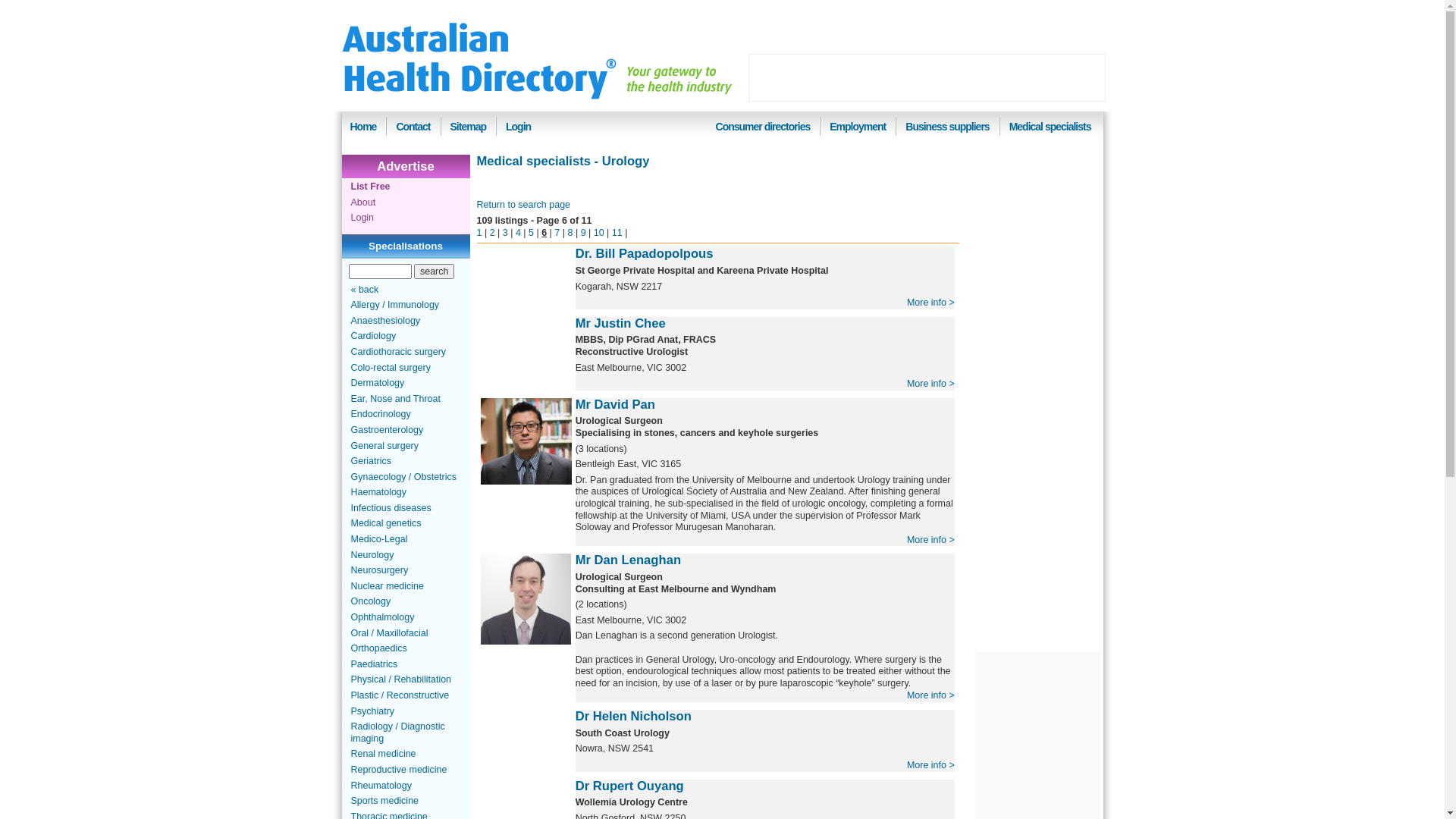  I want to click on 'Oral / Maxillofacial', so click(389, 632).